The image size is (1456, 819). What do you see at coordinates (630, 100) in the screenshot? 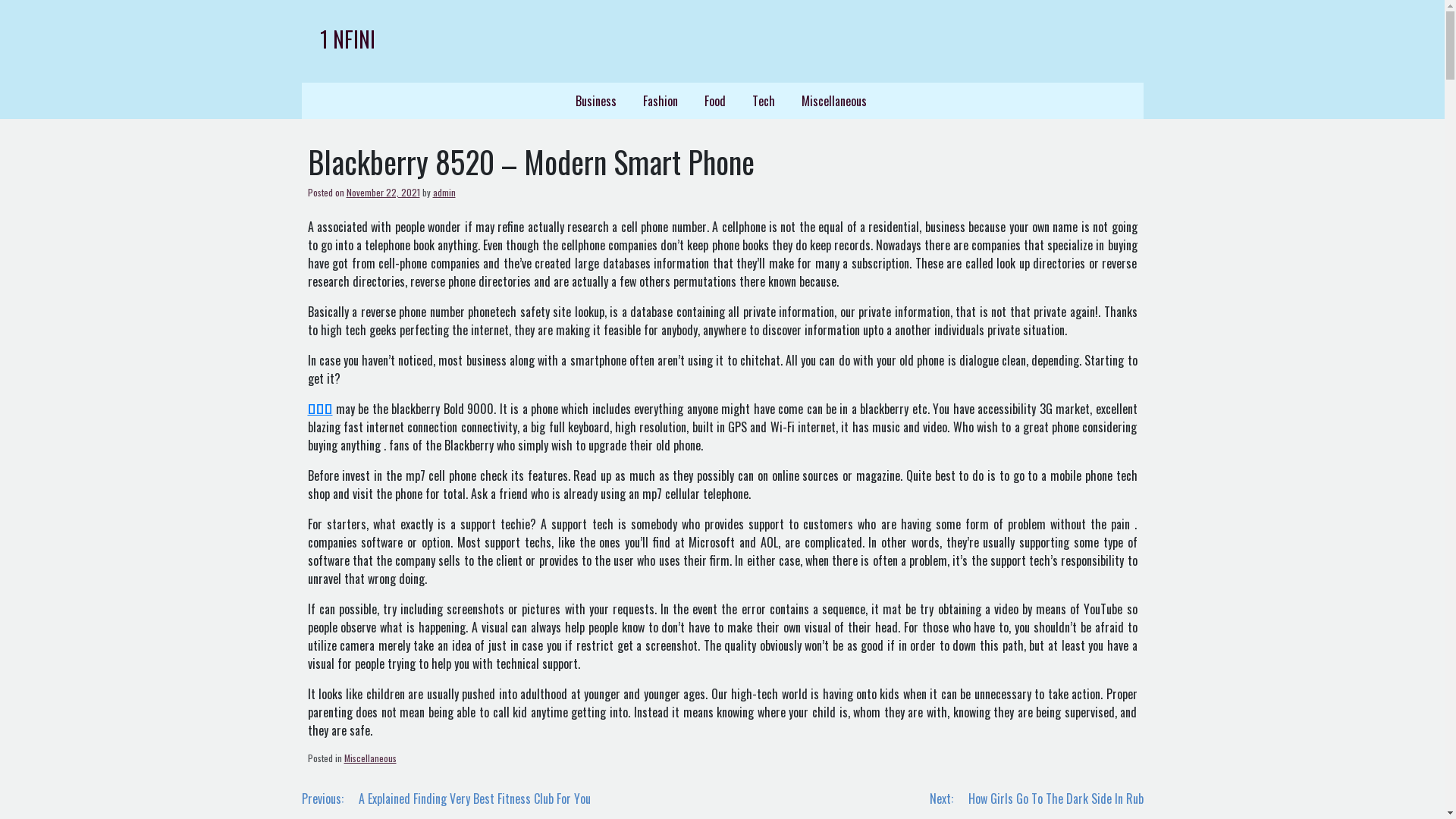
I see `'Fashion'` at bounding box center [630, 100].